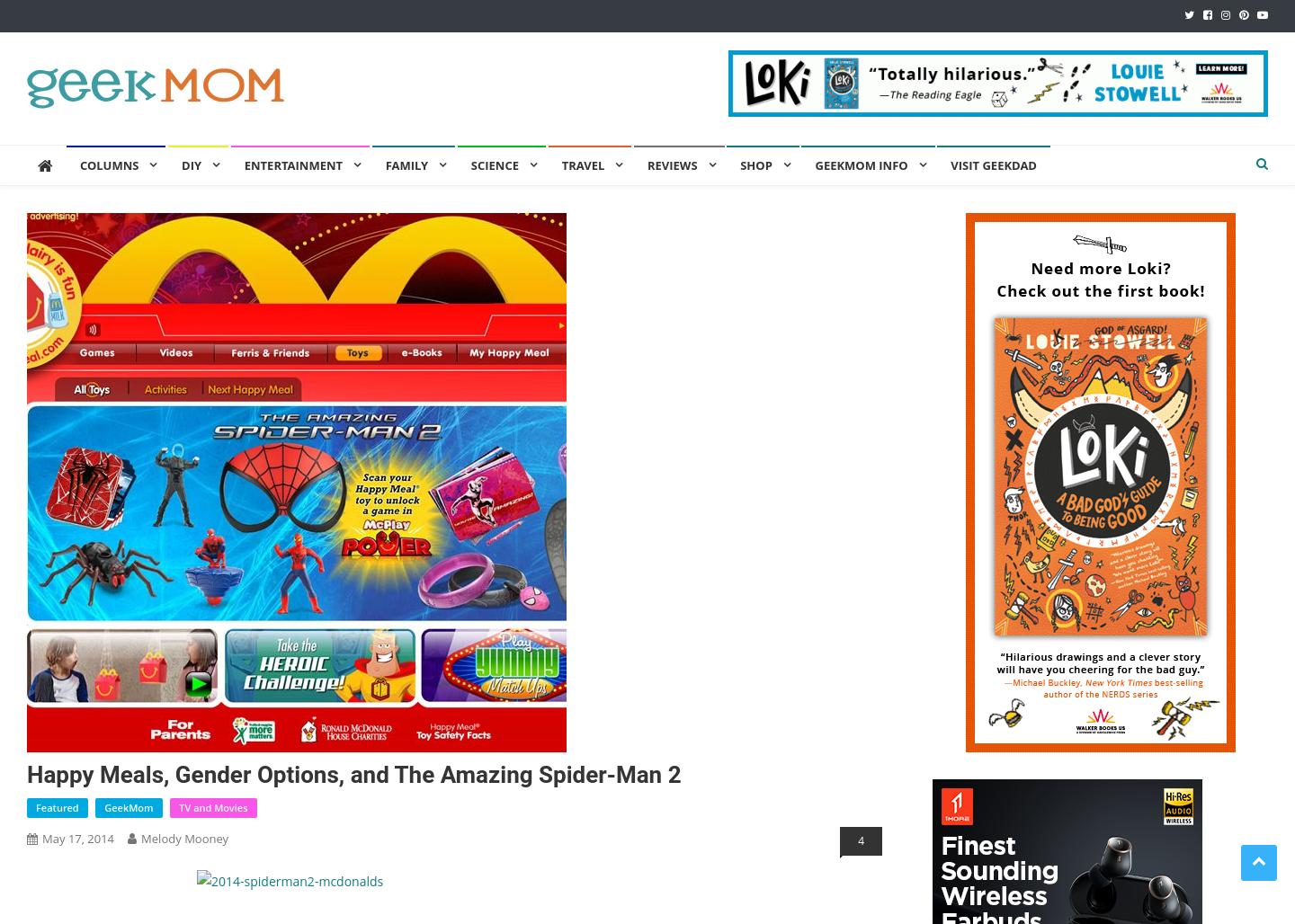 The width and height of the screenshot is (1295, 924). Describe the element at coordinates (646, 248) in the screenshot. I see `'Electronics'` at that location.